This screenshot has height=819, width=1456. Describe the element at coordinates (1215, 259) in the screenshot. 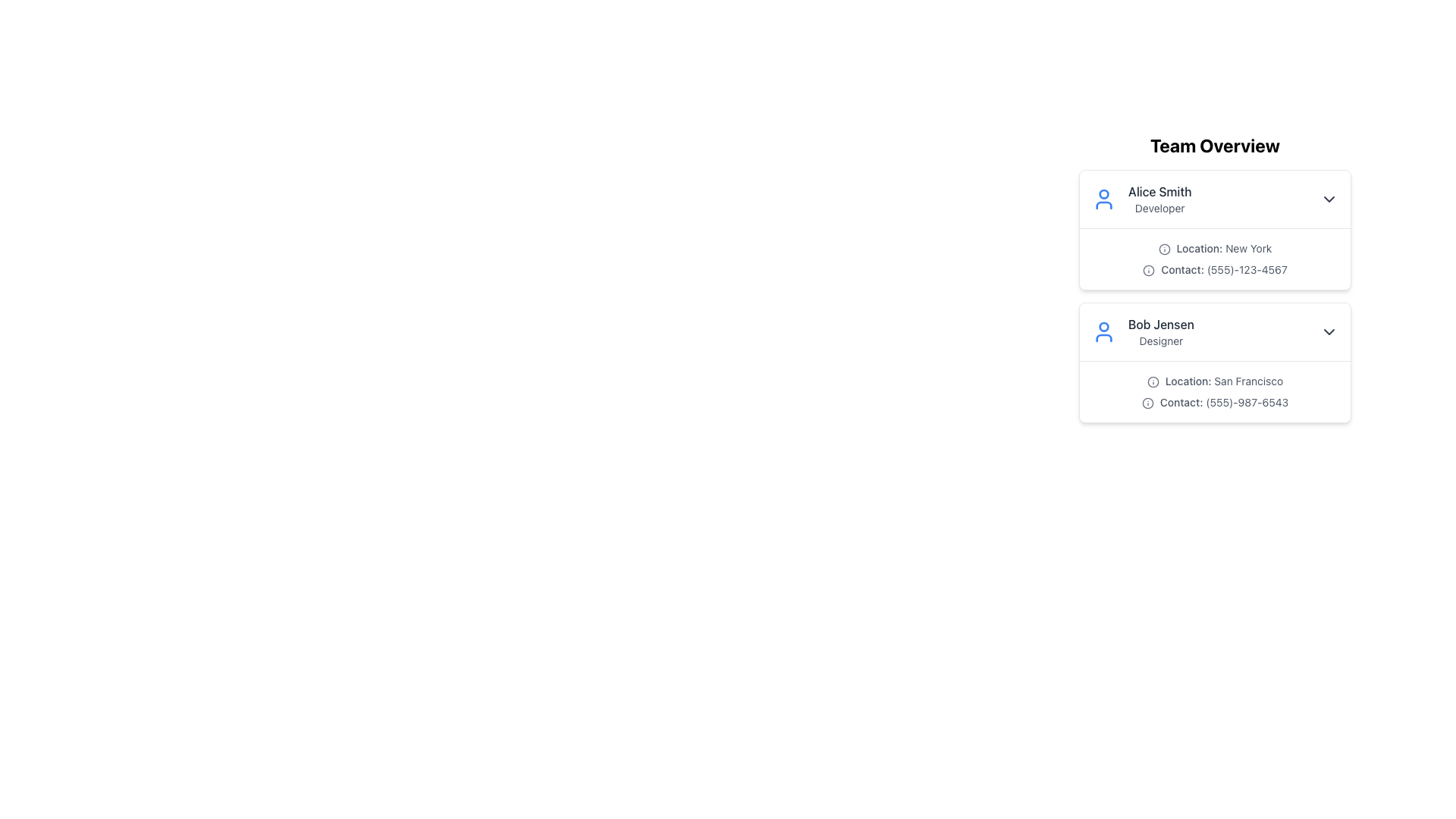

I see `the textual information display with icons showing 'Location: New York' and 'Contact: (555)-123-4567'` at that location.